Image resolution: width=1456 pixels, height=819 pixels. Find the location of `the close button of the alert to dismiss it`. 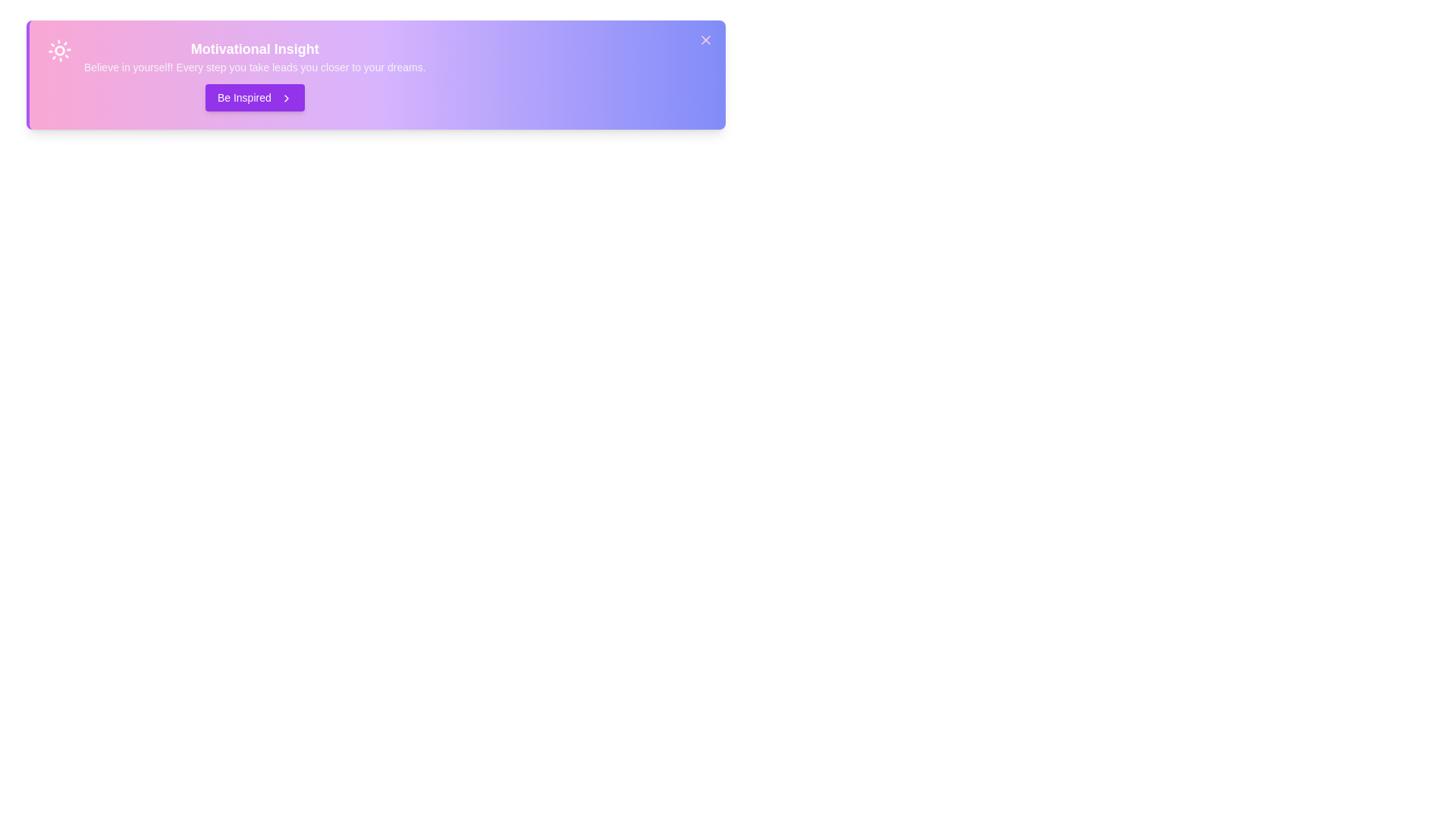

the close button of the alert to dismiss it is located at coordinates (705, 39).